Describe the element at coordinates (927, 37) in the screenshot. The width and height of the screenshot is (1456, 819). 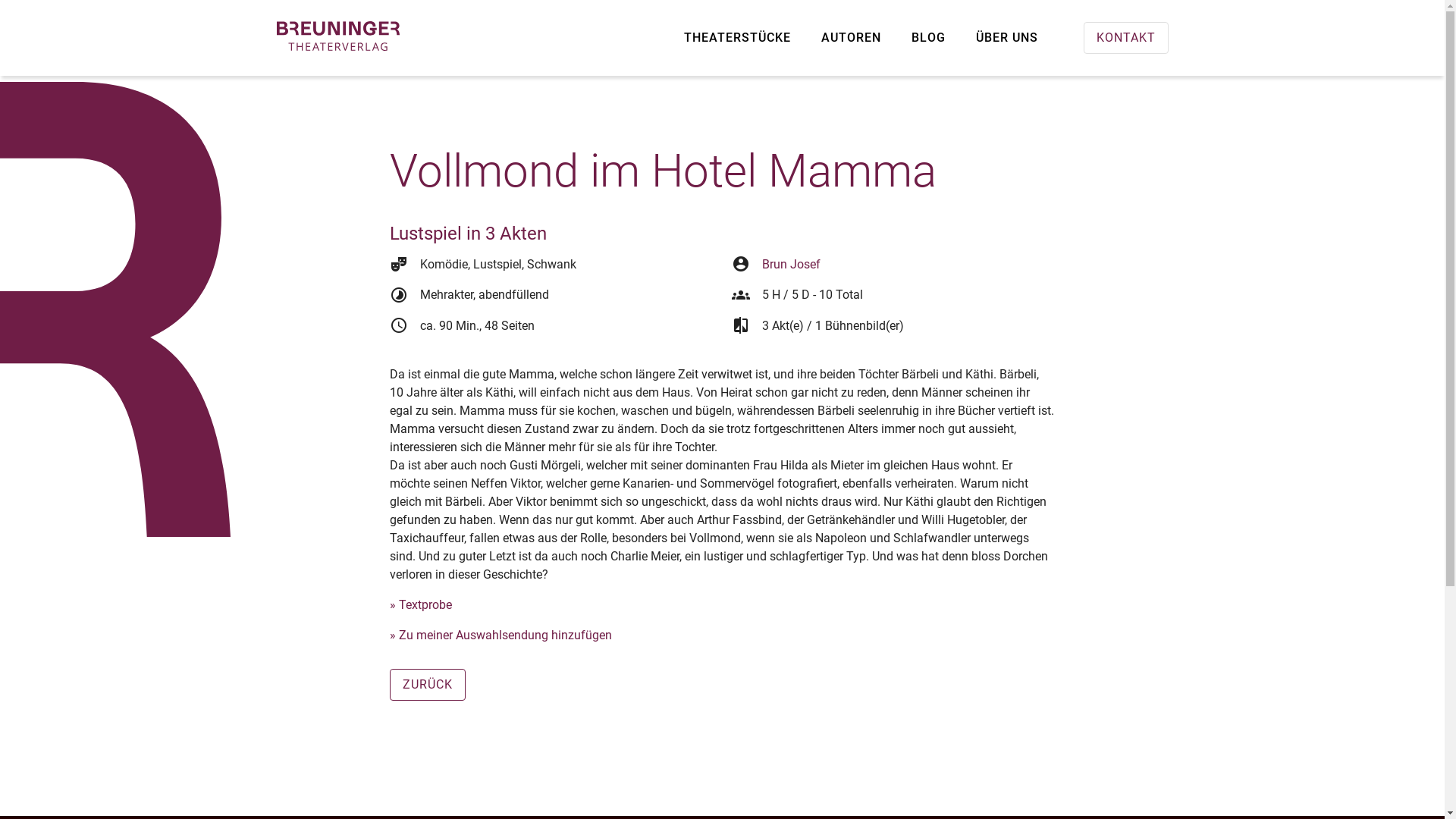
I see `'BLOG'` at that location.